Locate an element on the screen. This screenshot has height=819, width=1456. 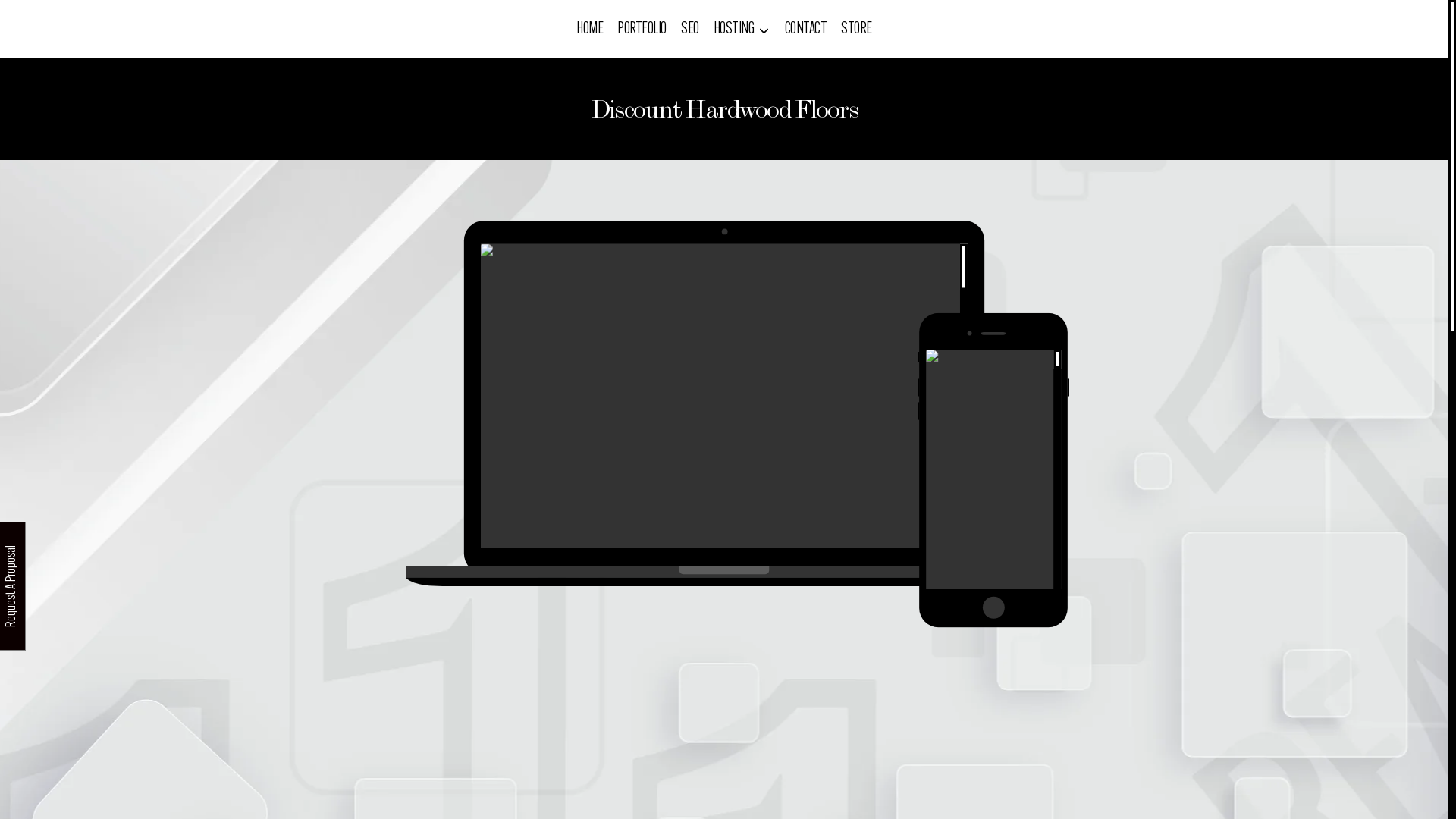
'PORTFOLIO' is located at coordinates (642, 29).